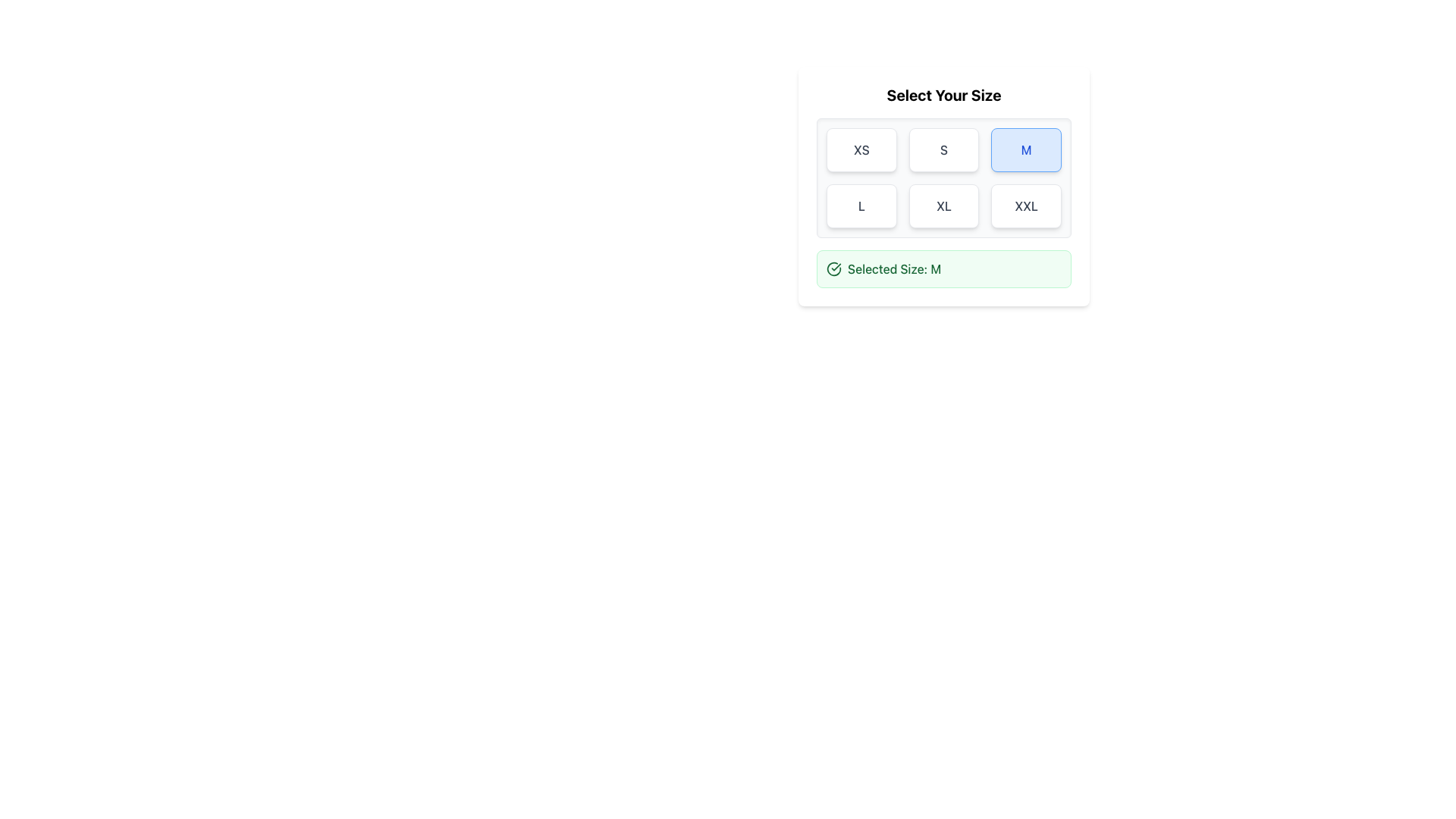  What do you see at coordinates (1026, 149) in the screenshot?
I see `the size selection button labeled 'M', which is a rectangular button with a light blue background and a rounded border` at bounding box center [1026, 149].